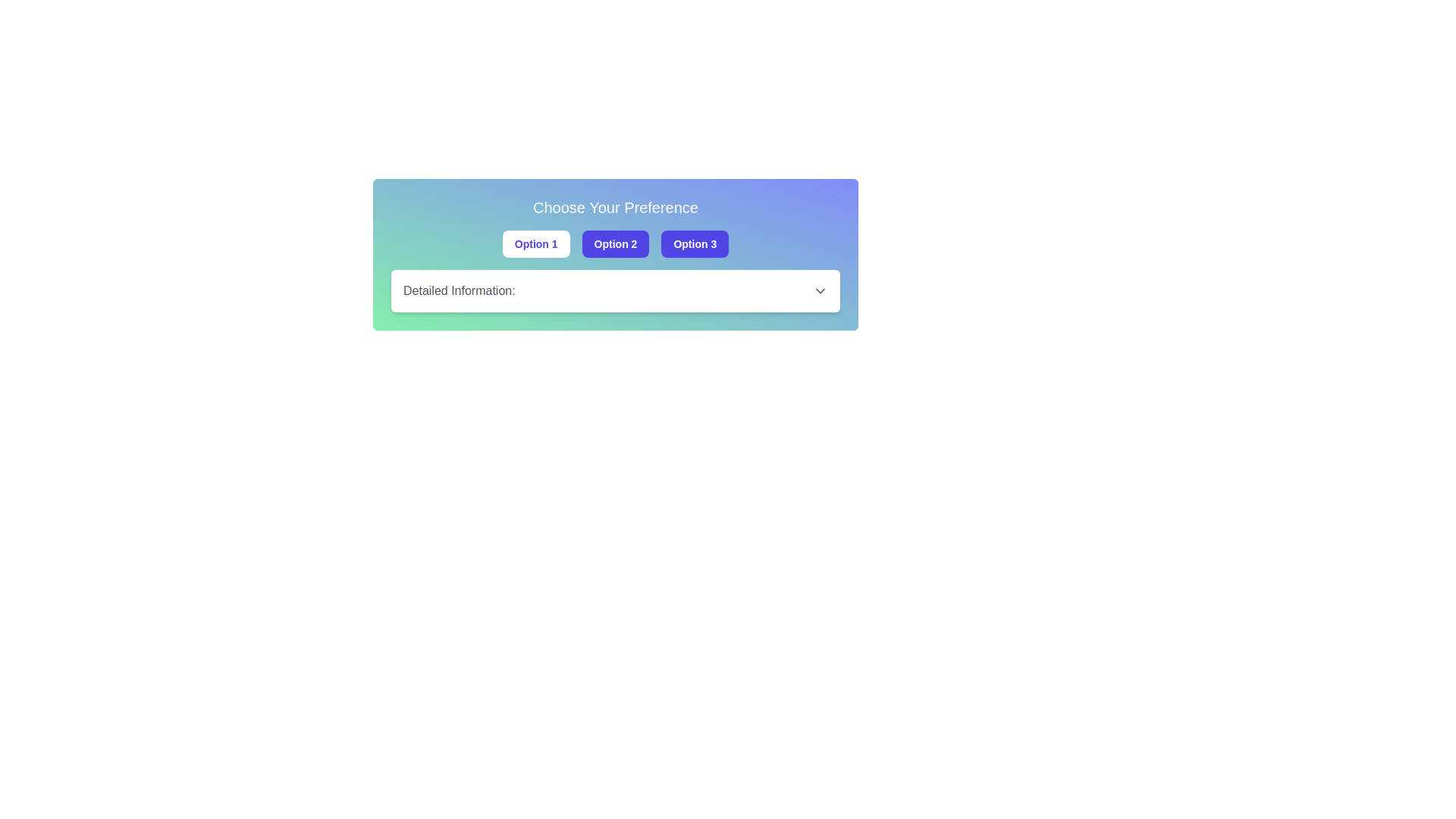 The image size is (1456, 819). I want to click on the button labeled 'Option 3' with rounded corners and an indigo background to trigger any hover effects, so click(694, 243).